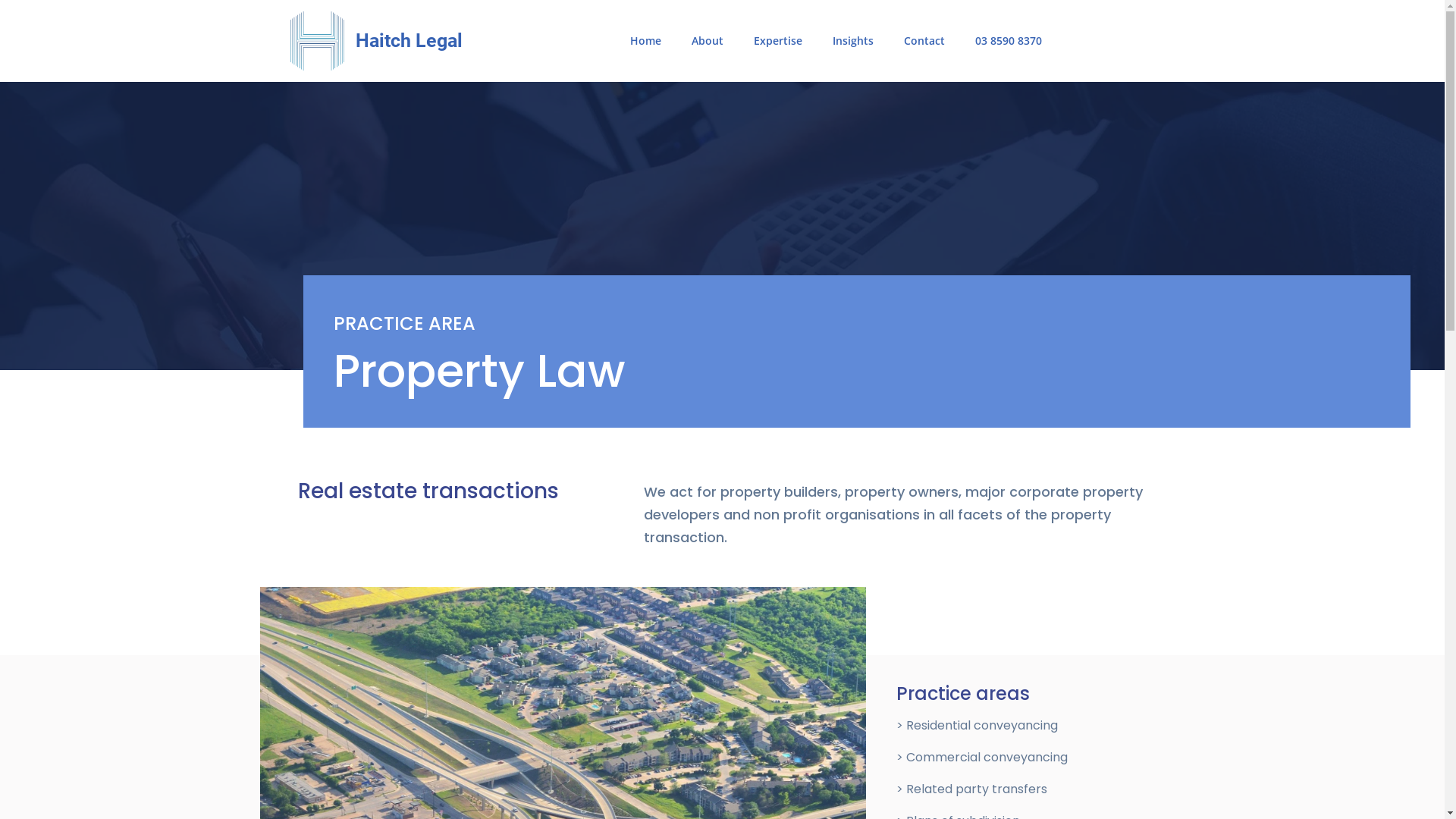  What do you see at coordinates (888, 40) in the screenshot?
I see `'Contact'` at bounding box center [888, 40].